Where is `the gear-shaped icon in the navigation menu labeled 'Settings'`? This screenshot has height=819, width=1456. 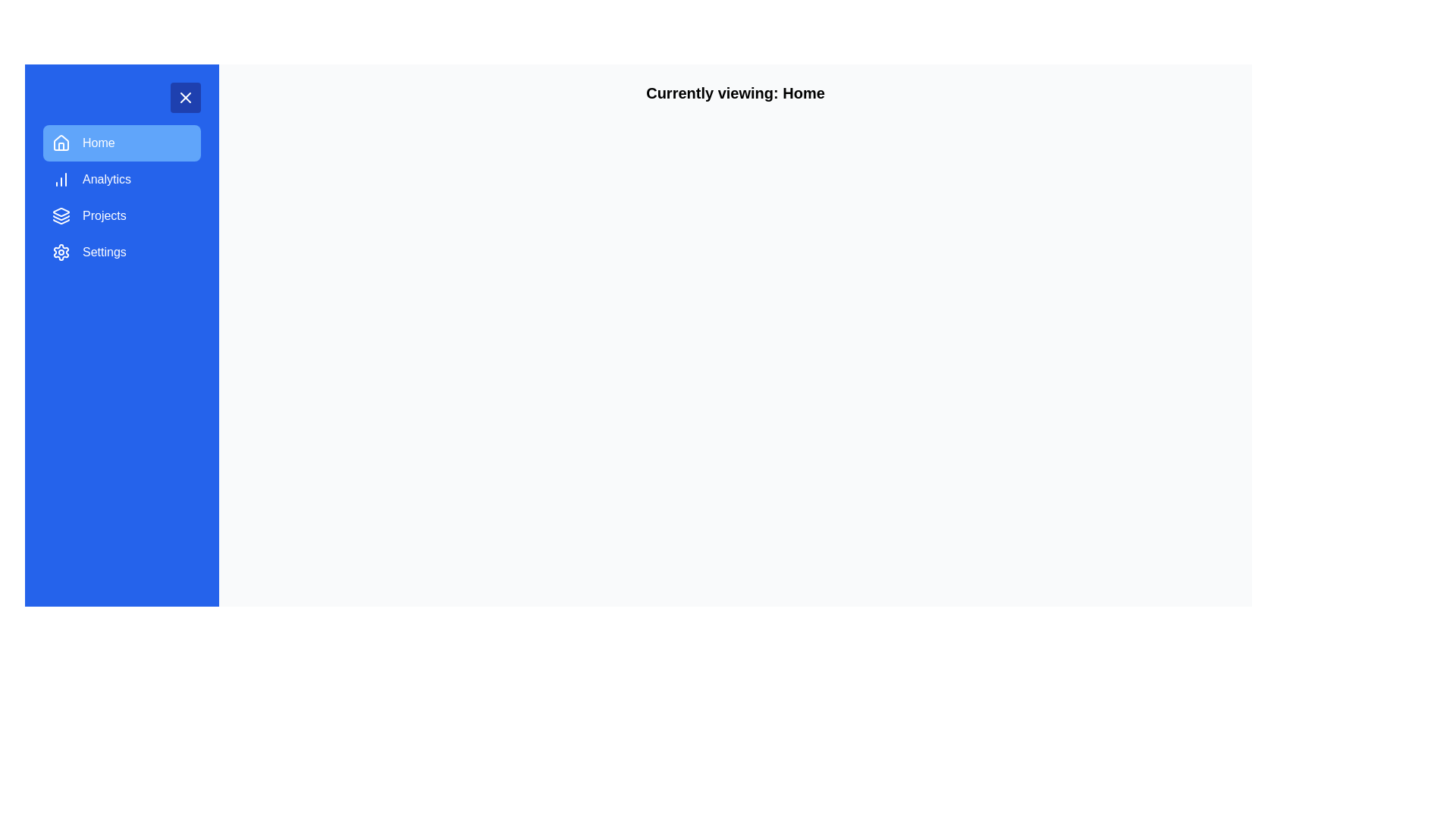 the gear-shaped icon in the navigation menu labeled 'Settings' is located at coordinates (61, 251).